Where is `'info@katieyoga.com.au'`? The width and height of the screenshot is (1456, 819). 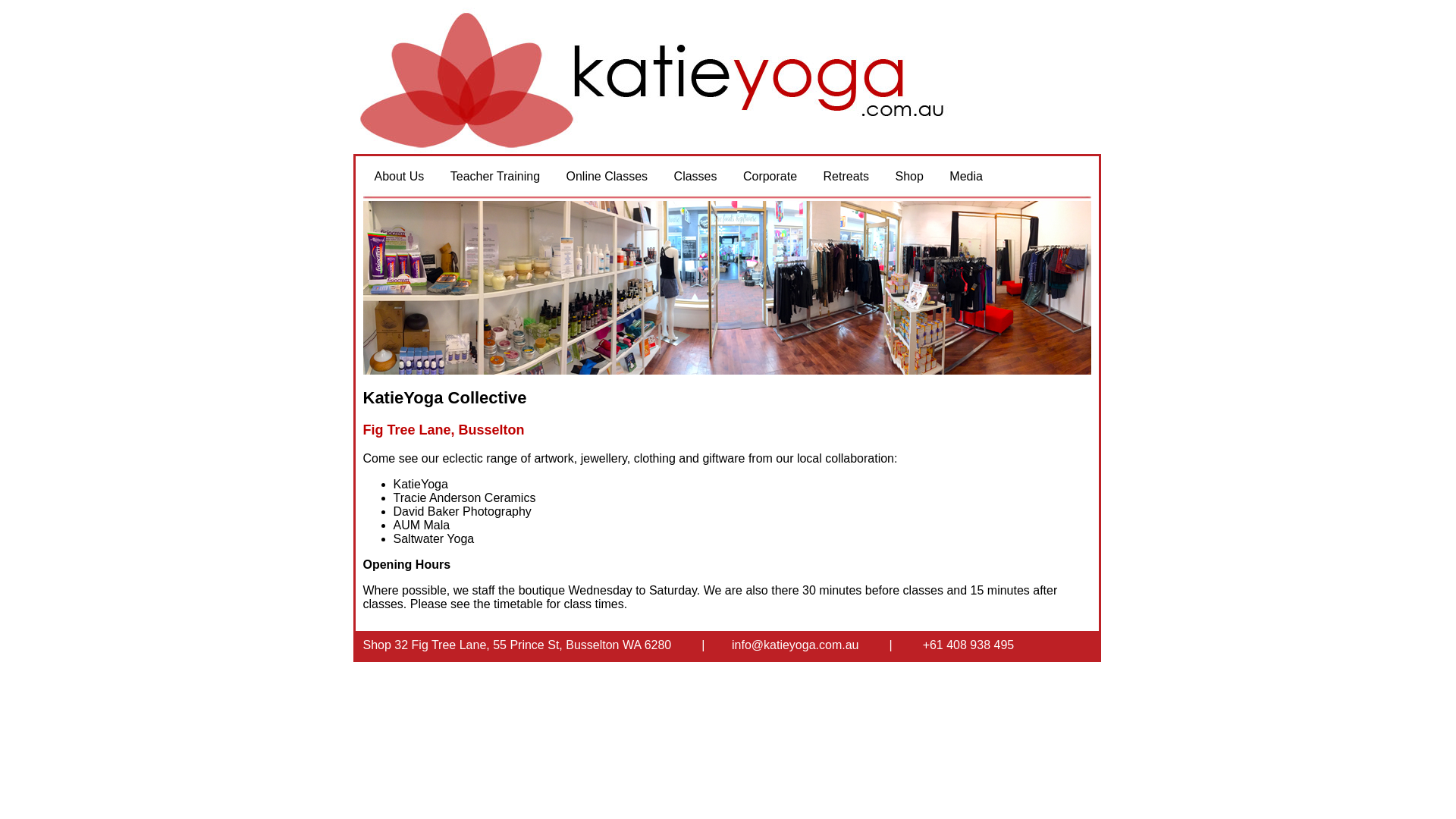 'info@katieyoga.com.au' is located at coordinates (731, 645).